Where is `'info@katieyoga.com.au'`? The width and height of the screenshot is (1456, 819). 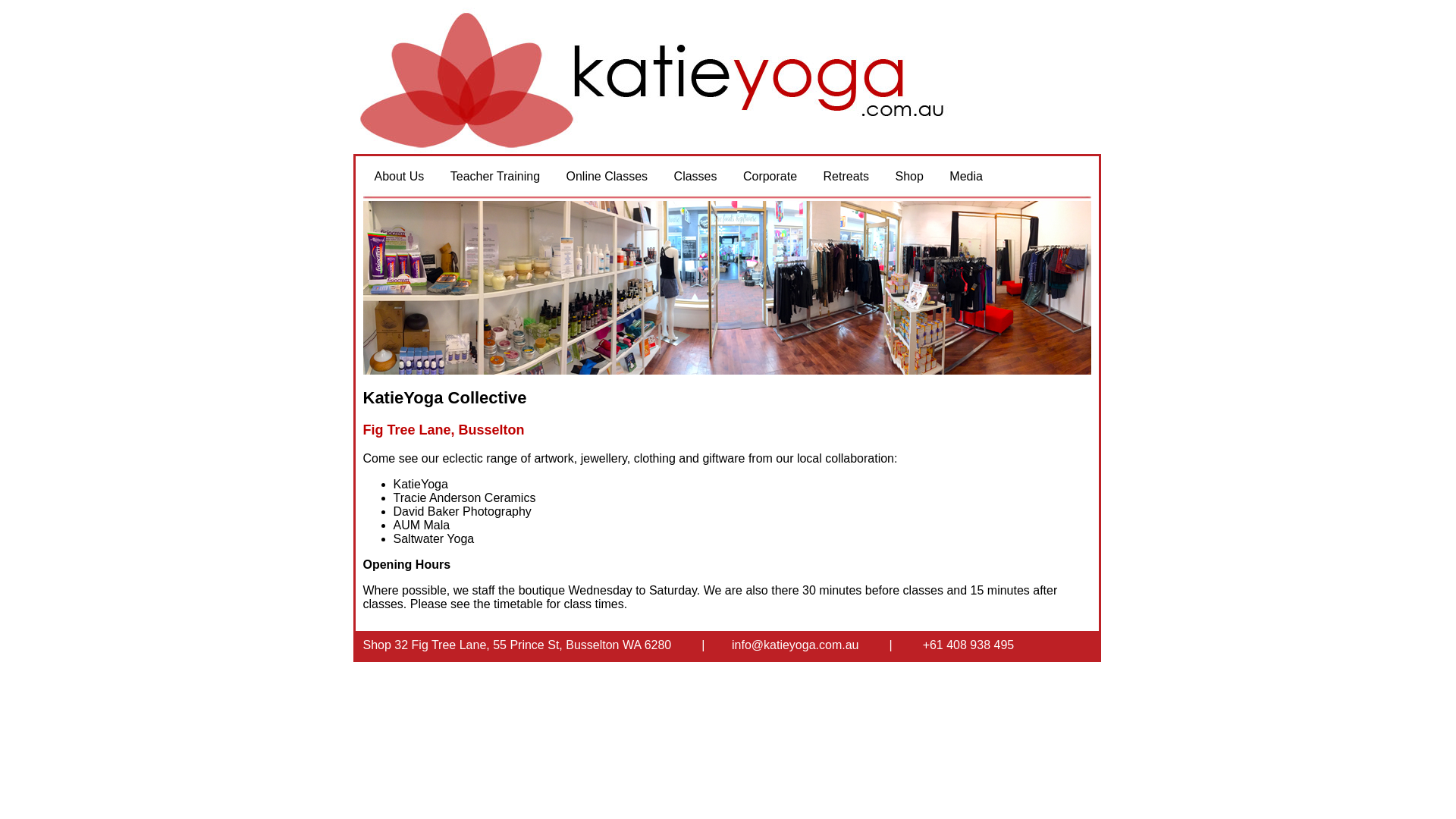 'info@katieyoga.com.au' is located at coordinates (731, 645).